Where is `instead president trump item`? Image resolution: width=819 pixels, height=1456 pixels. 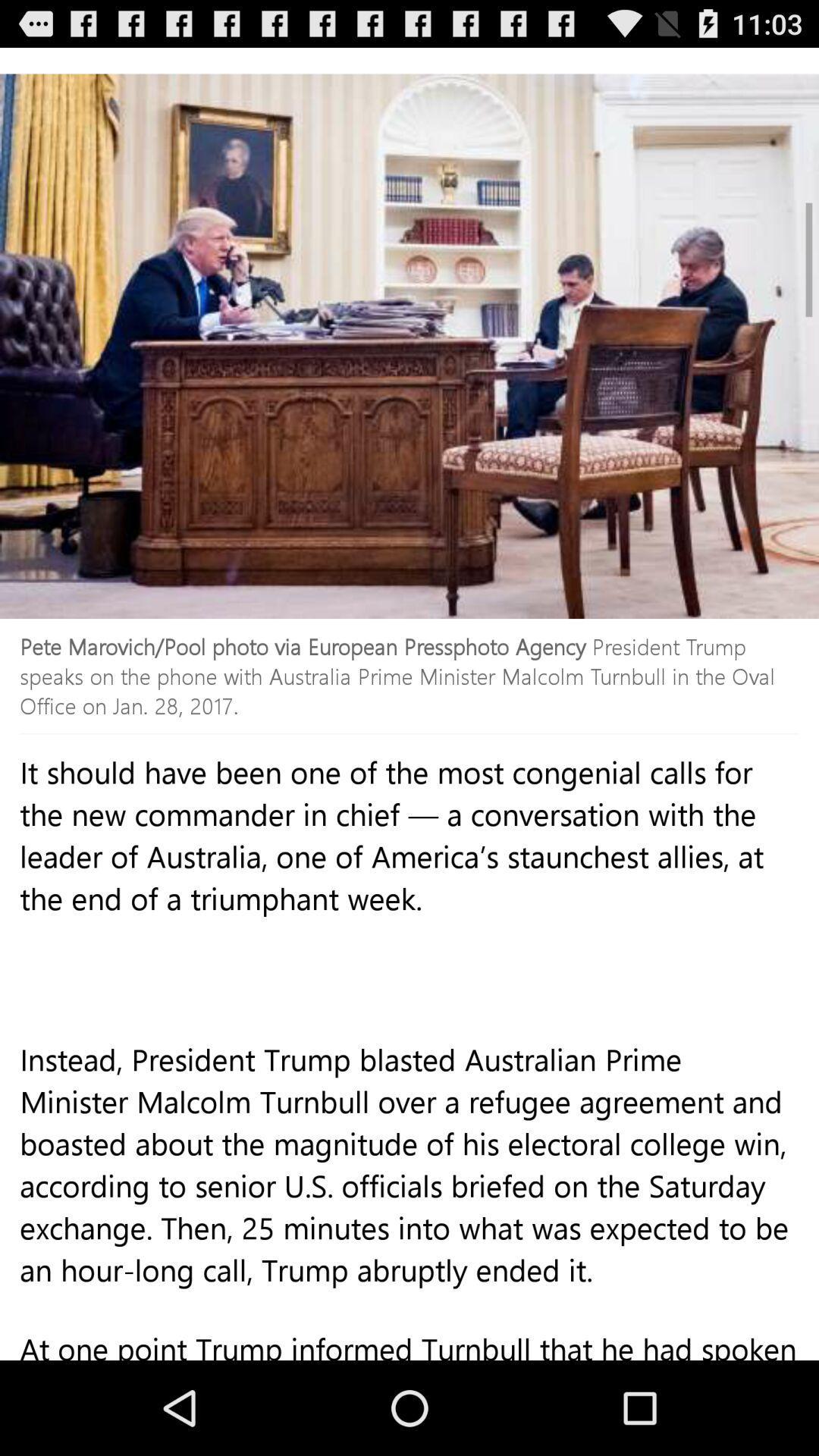
instead president trump item is located at coordinates (409, 1197).